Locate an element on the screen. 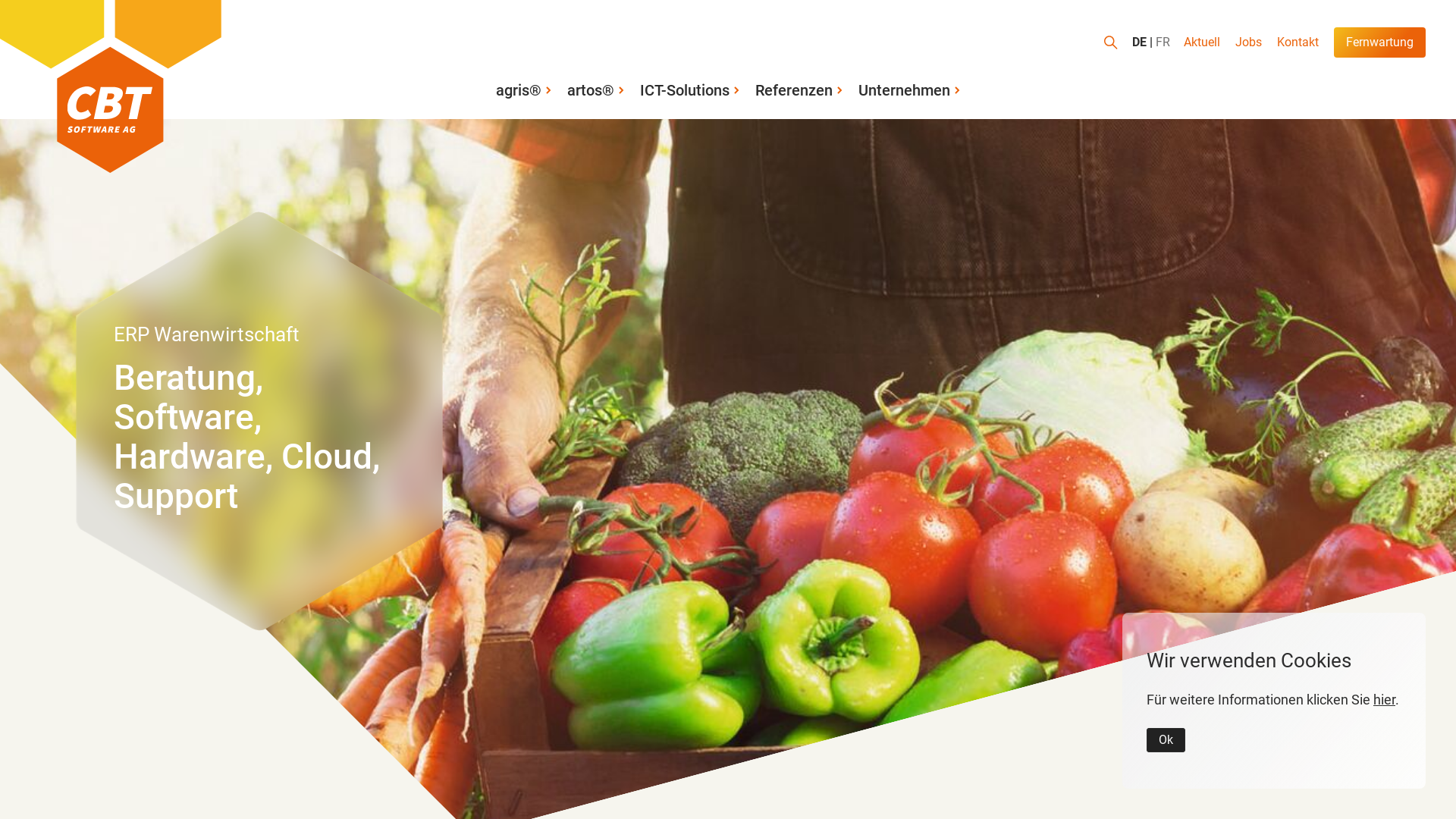 The width and height of the screenshot is (1456, 819). 'ICT-Solutions' is located at coordinates (689, 90).